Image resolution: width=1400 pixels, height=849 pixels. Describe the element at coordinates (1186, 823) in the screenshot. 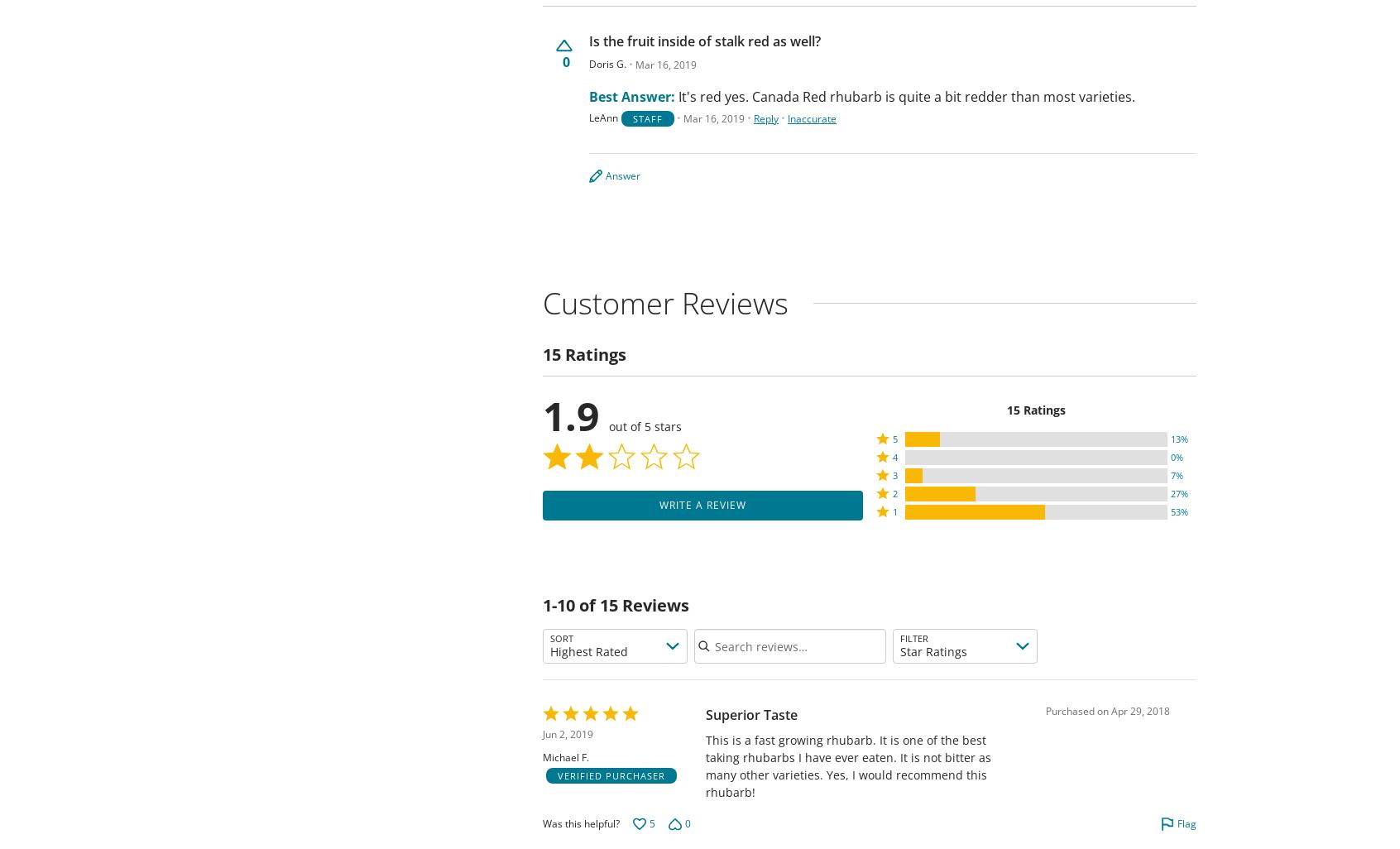

I see `'Flag'` at that location.